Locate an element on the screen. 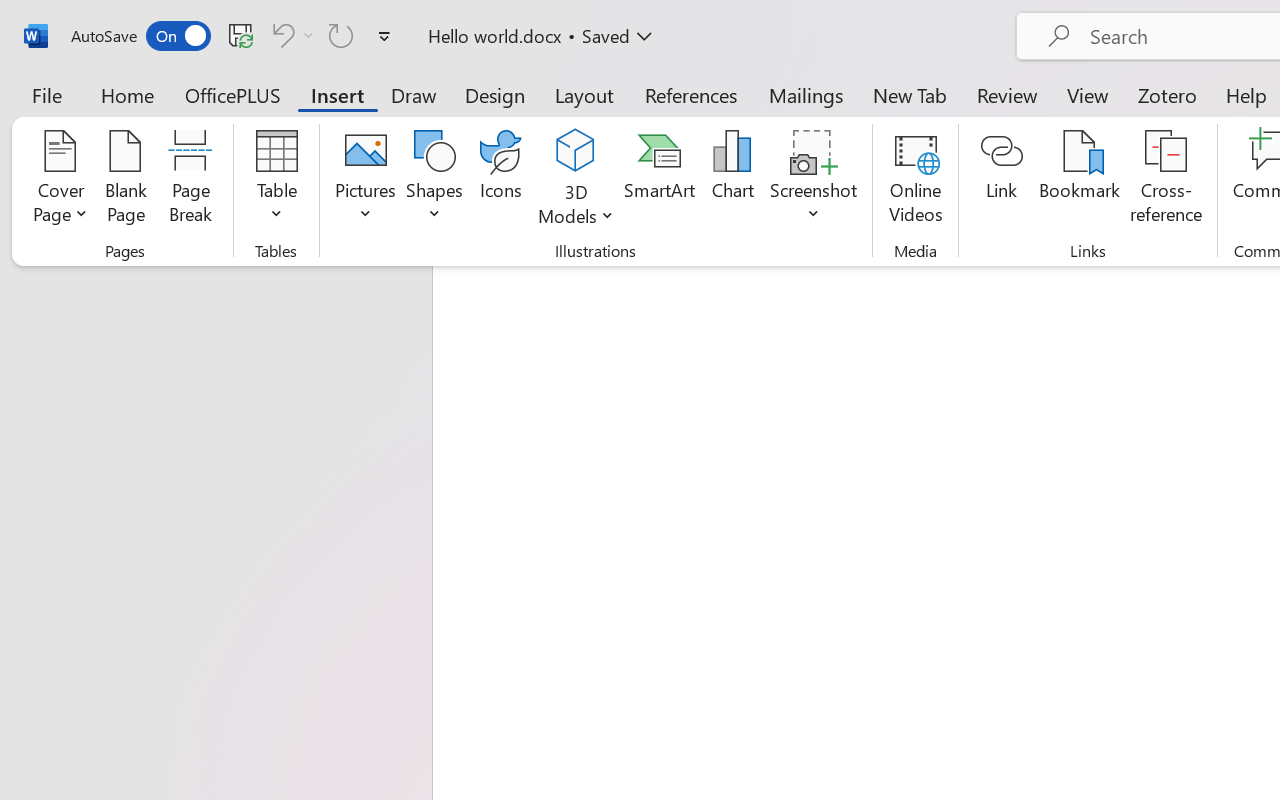  'New Tab' is located at coordinates (909, 94).